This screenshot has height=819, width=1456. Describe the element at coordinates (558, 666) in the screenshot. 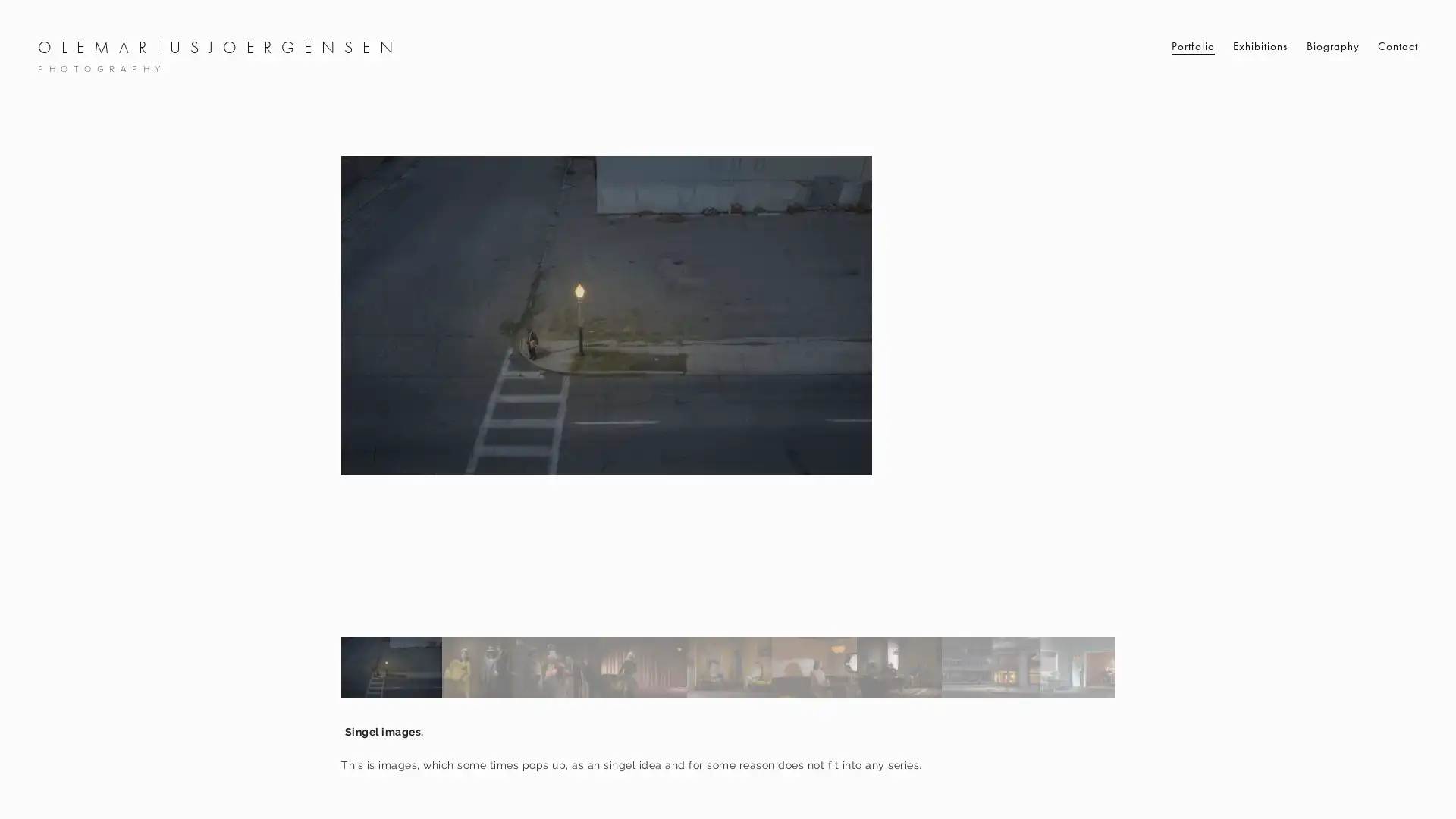

I see `Slide 3` at that location.